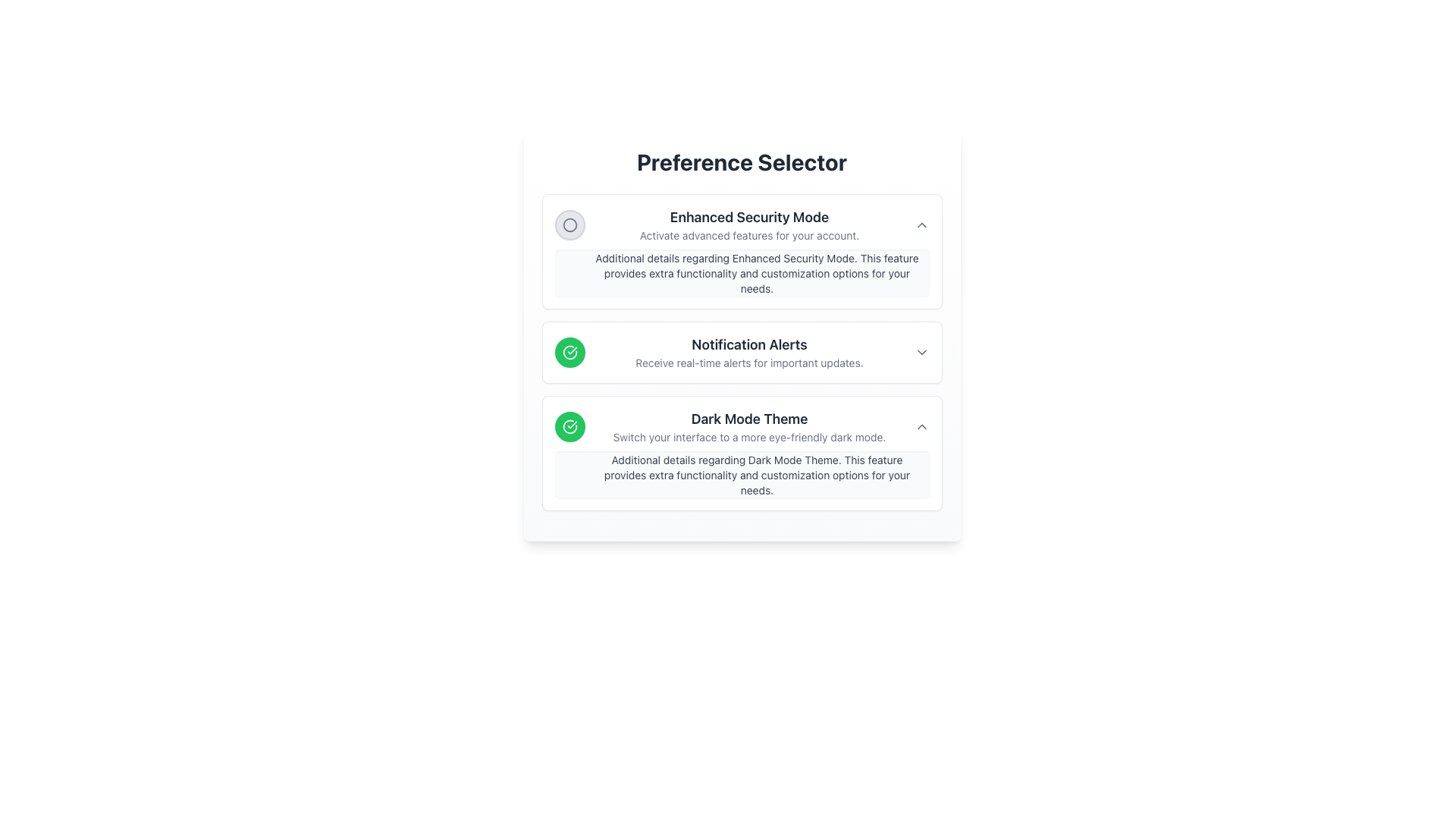  What do you see at coordinates (749, 217) in the screenshot?
I see `the bold text label 'Enhanced Security Mode' which is prominently displayed in large dark gray font as part of the 'Preference Selector' interface` at bounding box center [749, 217].